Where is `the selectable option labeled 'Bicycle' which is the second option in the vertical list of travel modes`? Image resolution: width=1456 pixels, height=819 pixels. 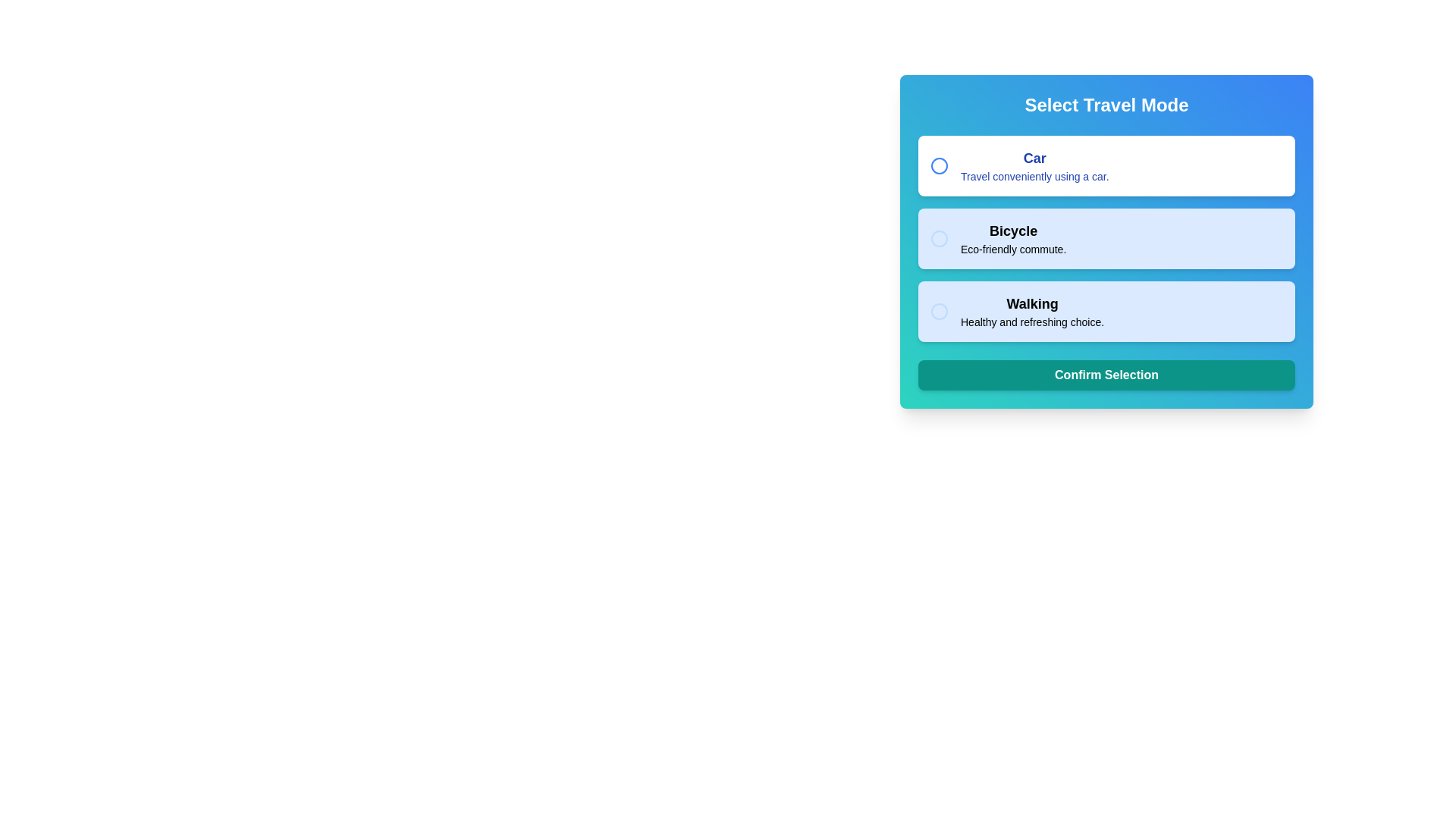 the selectable option labeled 'Bicycle' which is the second option in the vertical list of travel modes is located at coordinates (1106, 239).